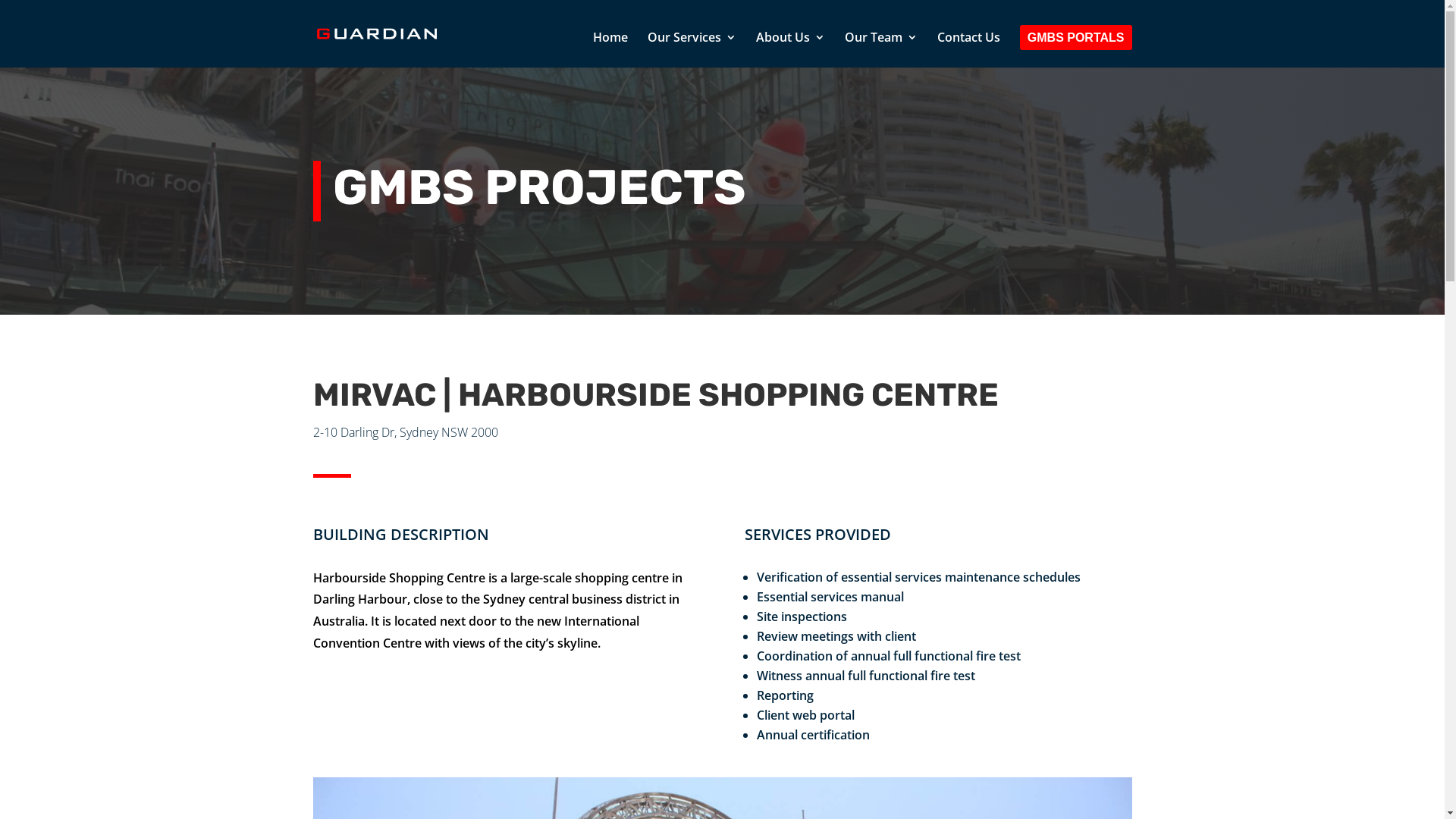  What do you see at coordinates (789, 49) in the screenshot?
I see `'About Us'` at bounding box center [789, 49].